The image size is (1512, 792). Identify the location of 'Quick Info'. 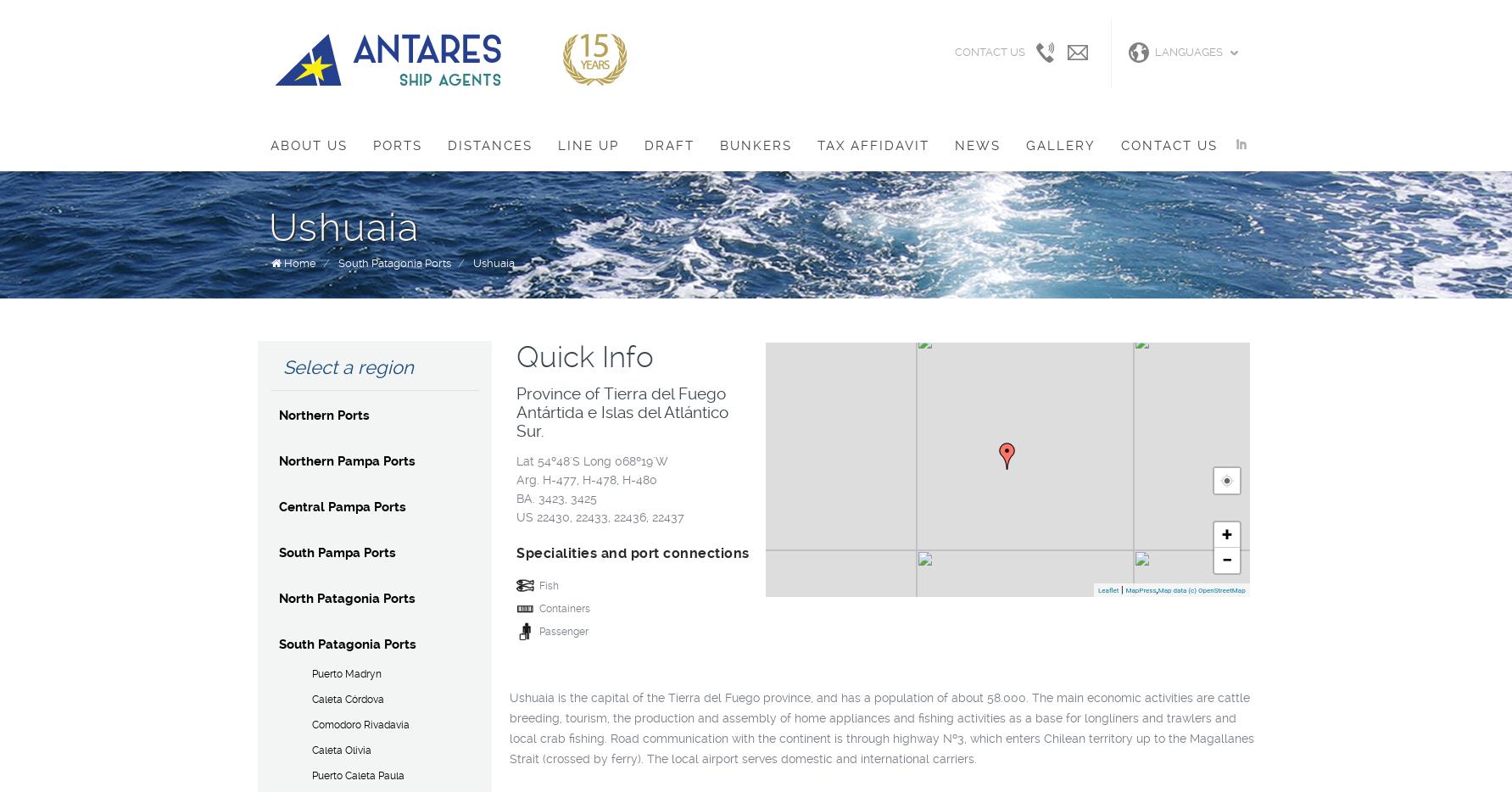
(585, 355).